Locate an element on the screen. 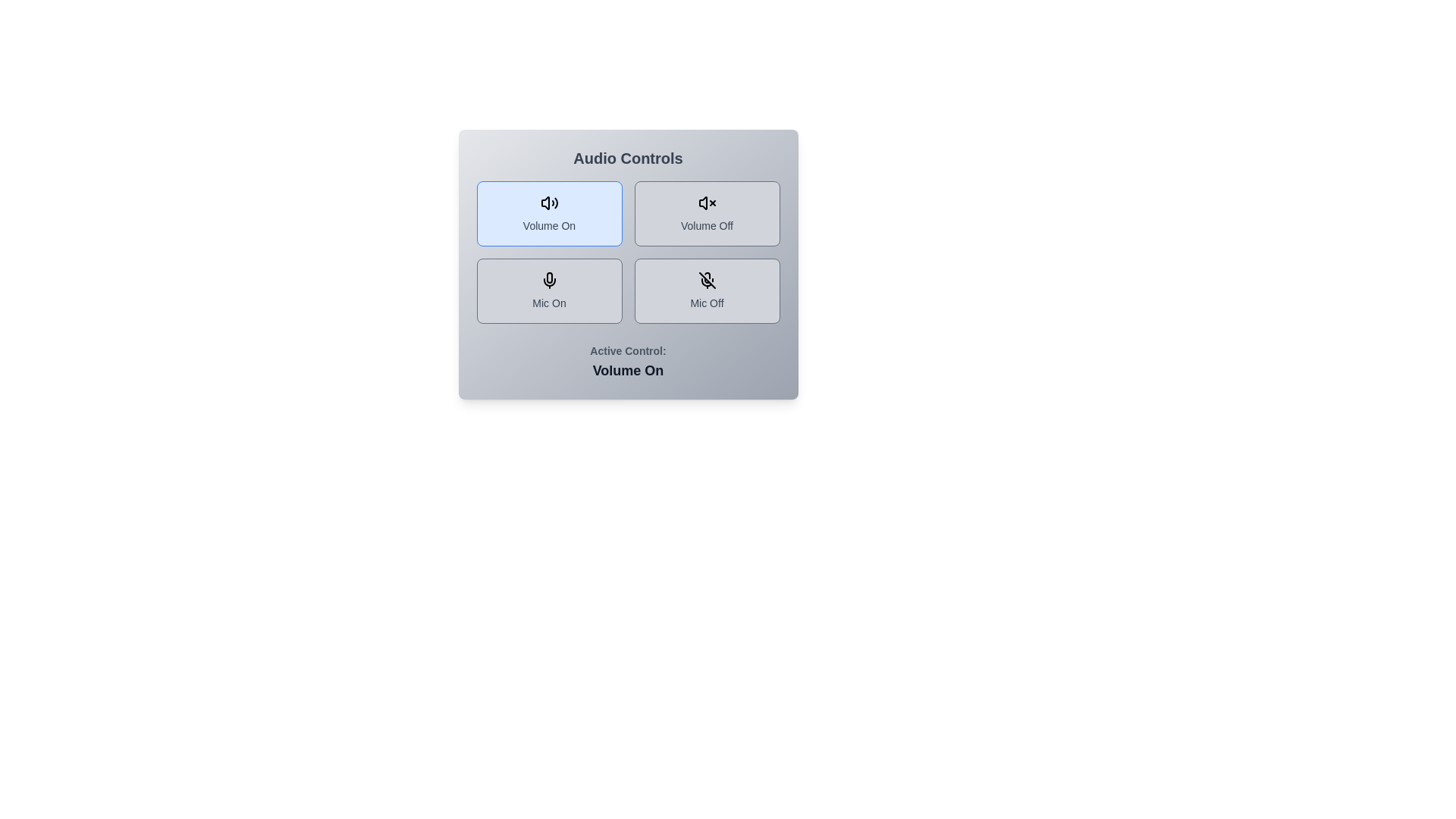 The image size is (1456, 819). the button labeled 'Mic Off' to observe its hover effect is located at coordinates (706, 291).